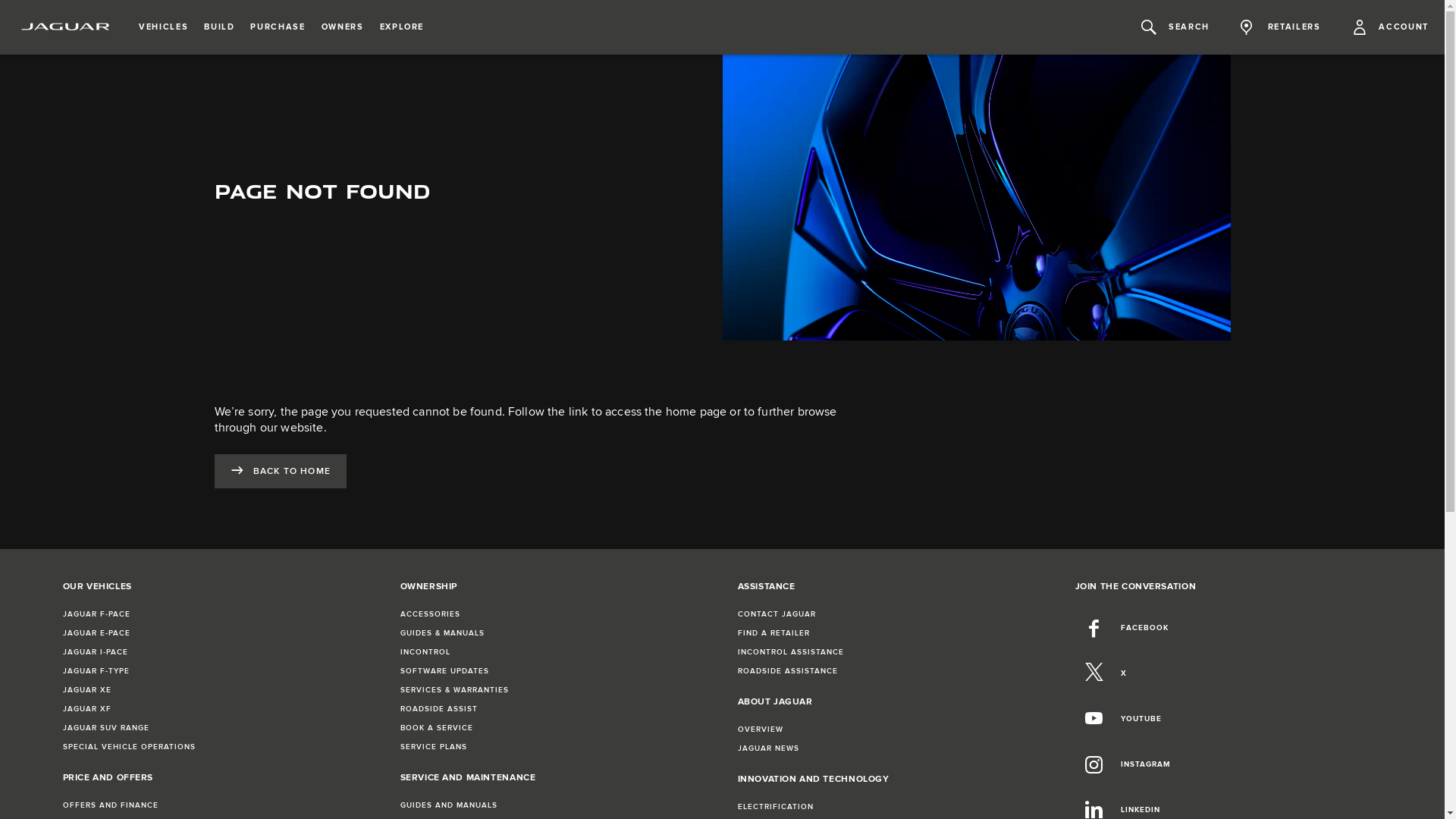 The image size is (1456, 819). I want to click on 'FIND A RETAILER', so click(736, 632).